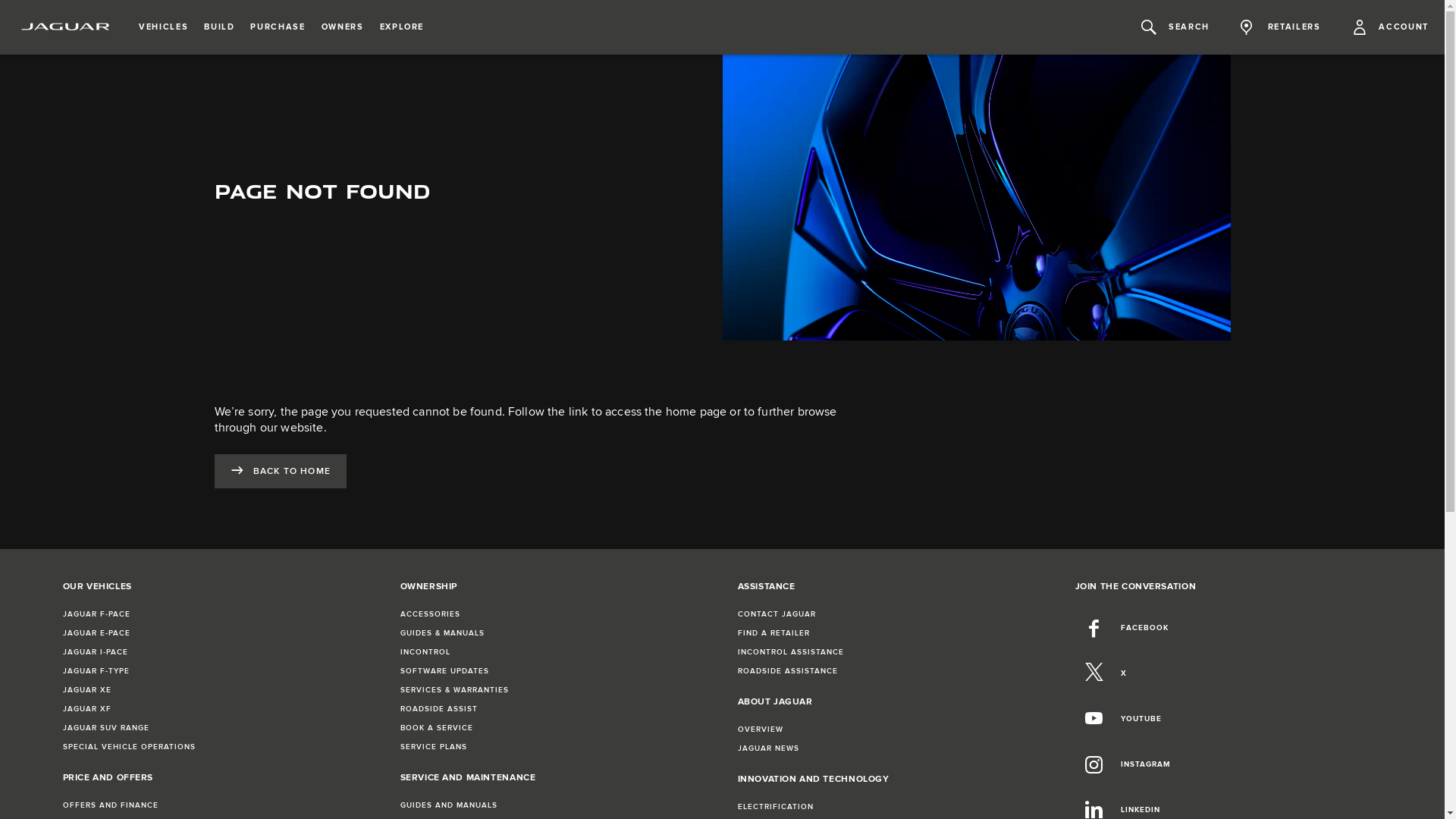 The image size is (1456, 819). I want to click on 'FIND A RETAILER', so click(736, 632).